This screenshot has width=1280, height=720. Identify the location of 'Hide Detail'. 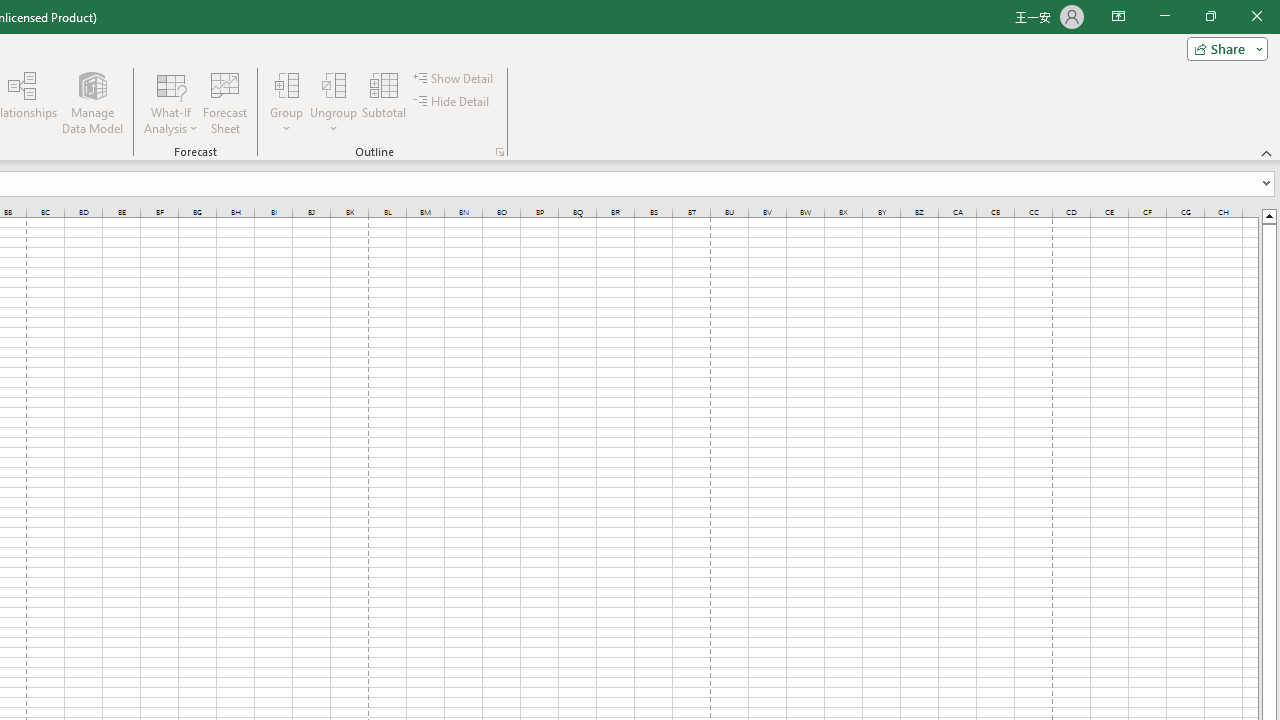
(452, 101).